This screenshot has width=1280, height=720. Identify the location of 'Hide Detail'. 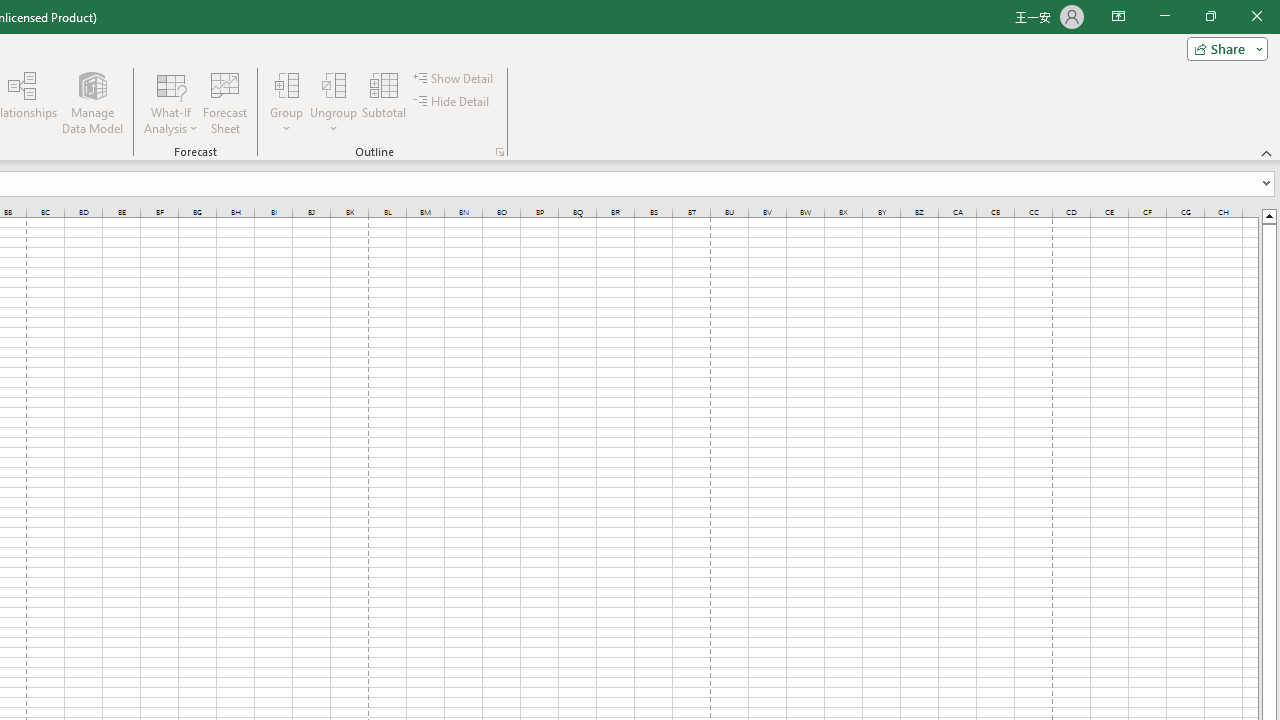
(452, 101).